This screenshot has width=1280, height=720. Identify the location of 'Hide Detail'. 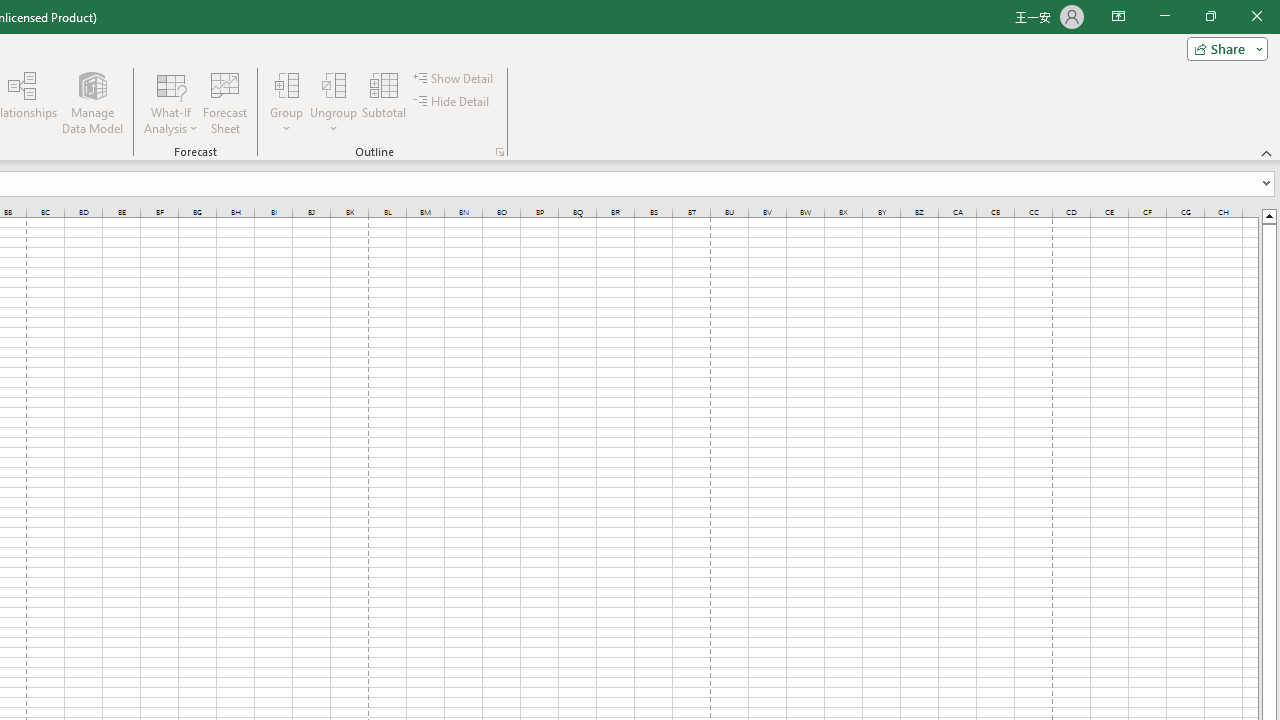
(452, 101).